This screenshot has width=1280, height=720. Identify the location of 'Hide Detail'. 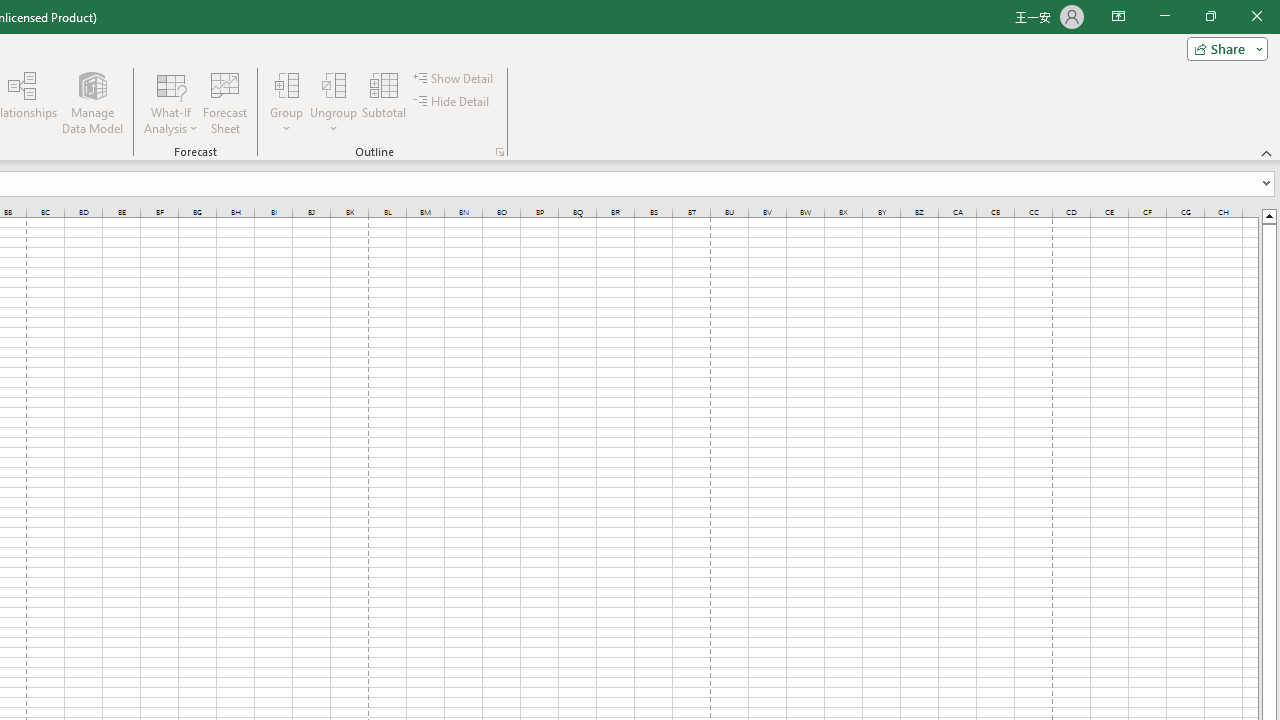
(452, 101).